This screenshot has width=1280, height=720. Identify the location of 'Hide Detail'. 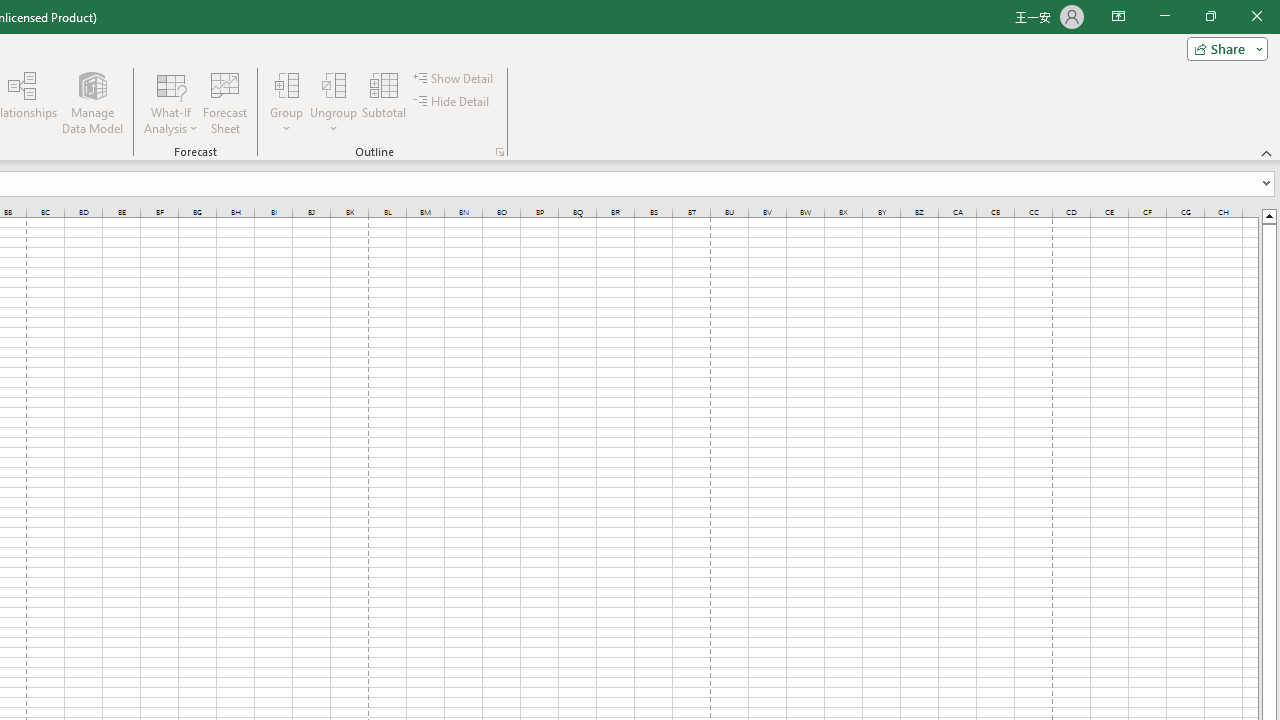
(452, 101).